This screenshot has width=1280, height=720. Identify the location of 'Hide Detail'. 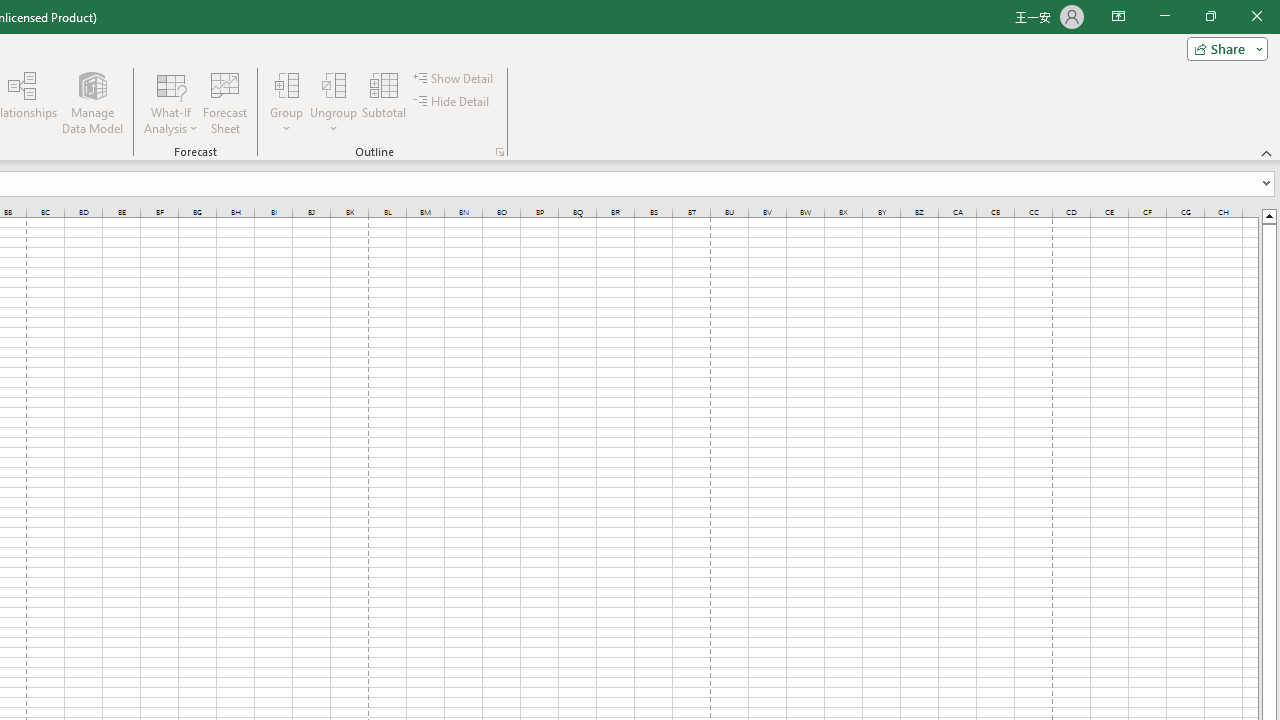
(452, 101).